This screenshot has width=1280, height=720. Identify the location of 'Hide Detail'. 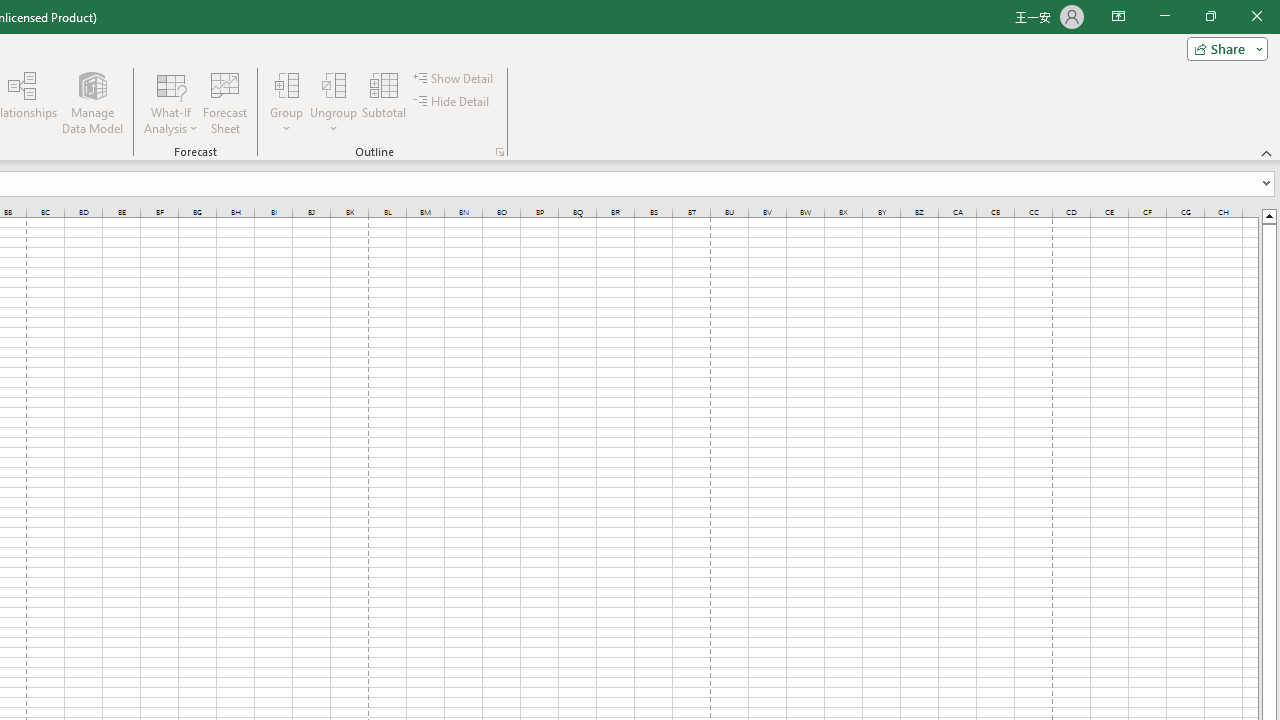
(452, 101).